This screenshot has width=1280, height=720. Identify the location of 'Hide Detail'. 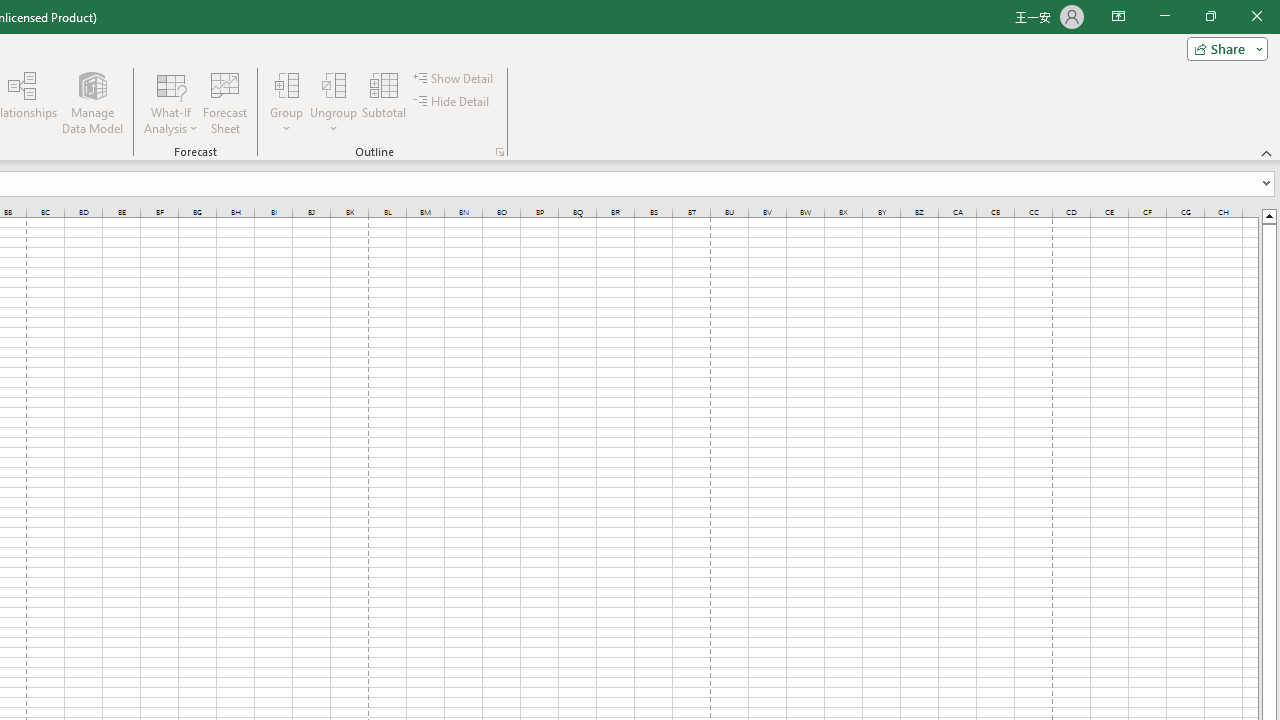
(452, 101).